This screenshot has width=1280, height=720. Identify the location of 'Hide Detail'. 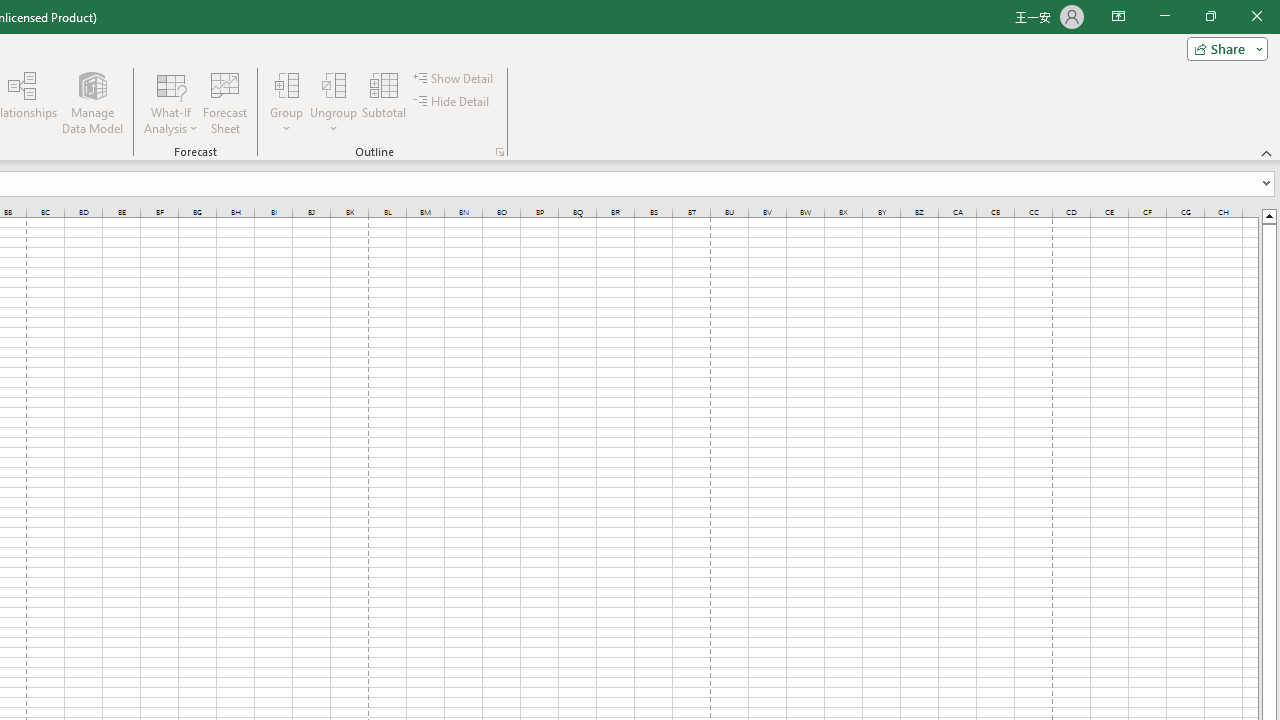
(452, 101).